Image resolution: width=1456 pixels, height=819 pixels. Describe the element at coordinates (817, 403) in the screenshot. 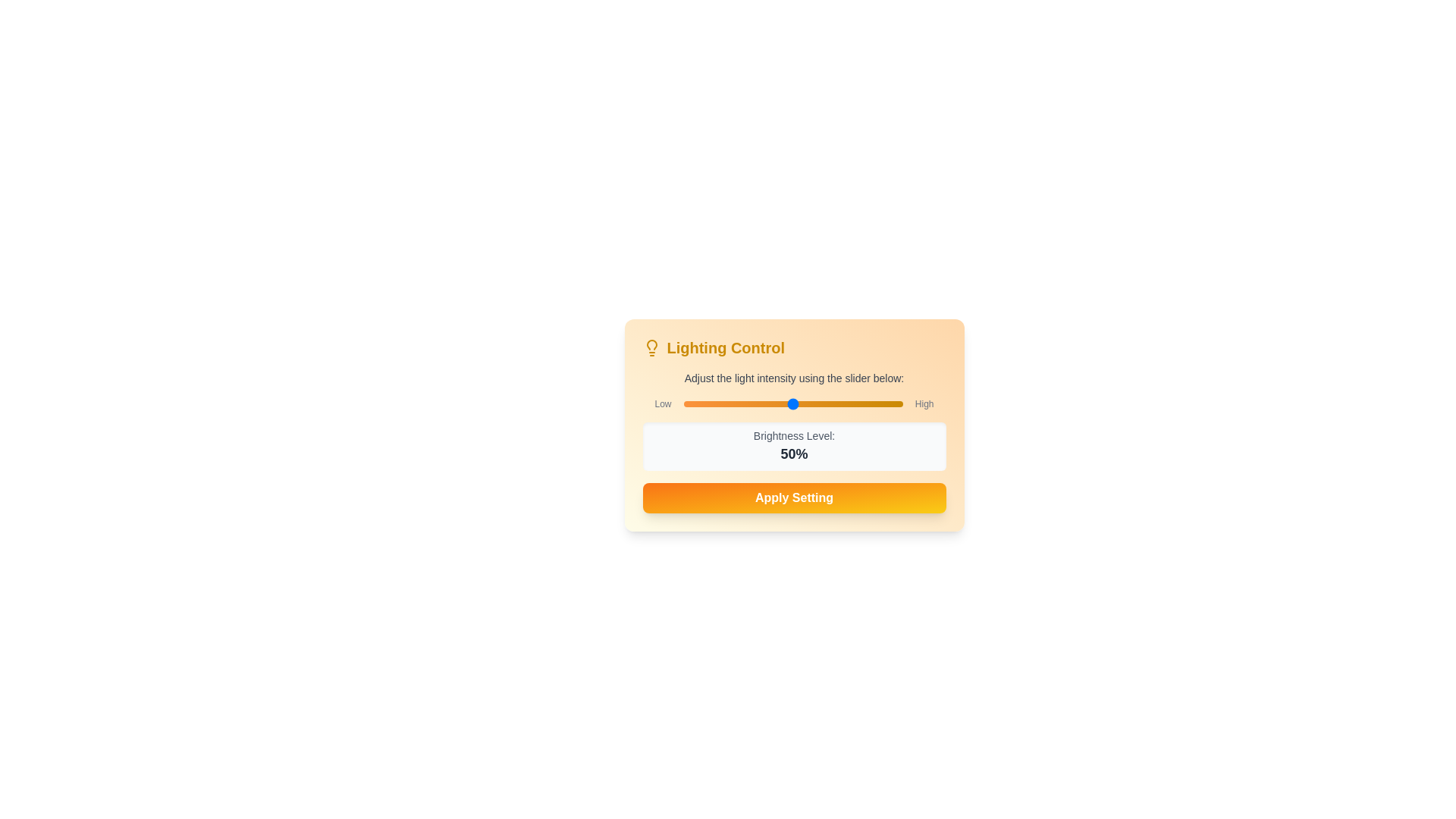

I see `the slider` at that location.